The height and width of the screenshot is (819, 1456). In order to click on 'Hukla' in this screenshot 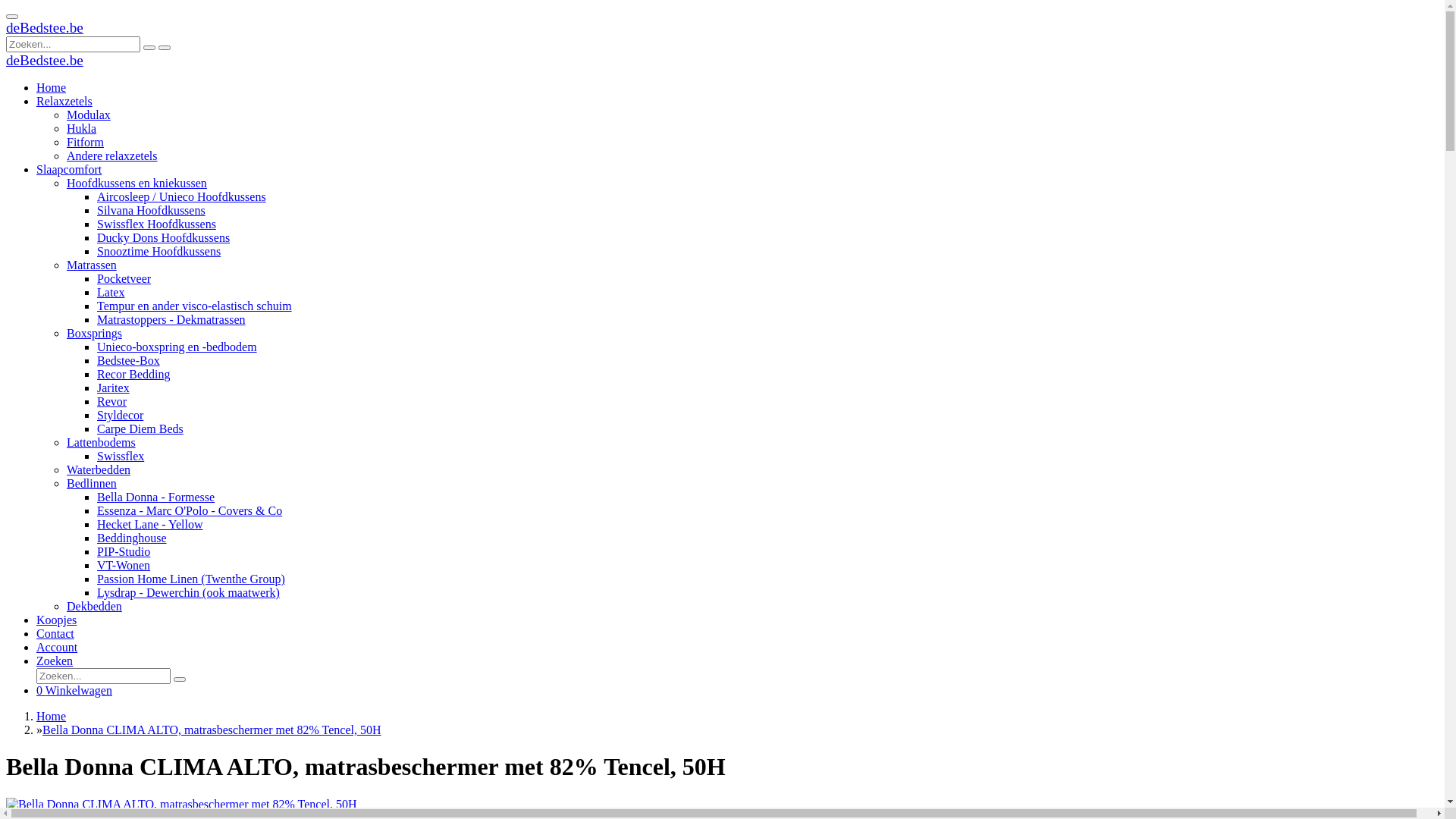, I will do `click(80, 127)`.